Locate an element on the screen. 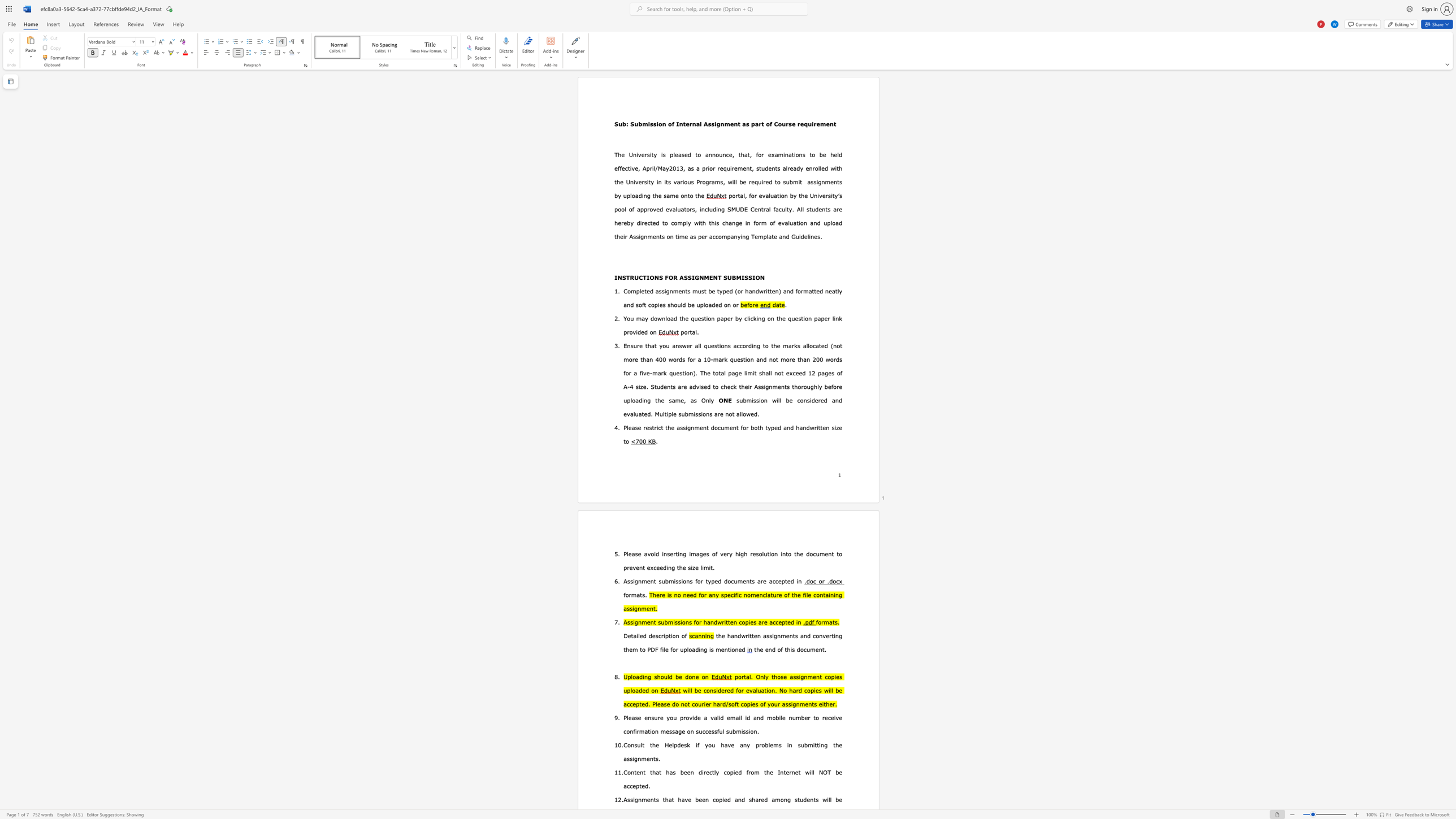  the subset text "s mentioned" within the text "the handwritten assignments and converting them to PDF file for uploading is mentioned" is located at coordinates (710, 649).